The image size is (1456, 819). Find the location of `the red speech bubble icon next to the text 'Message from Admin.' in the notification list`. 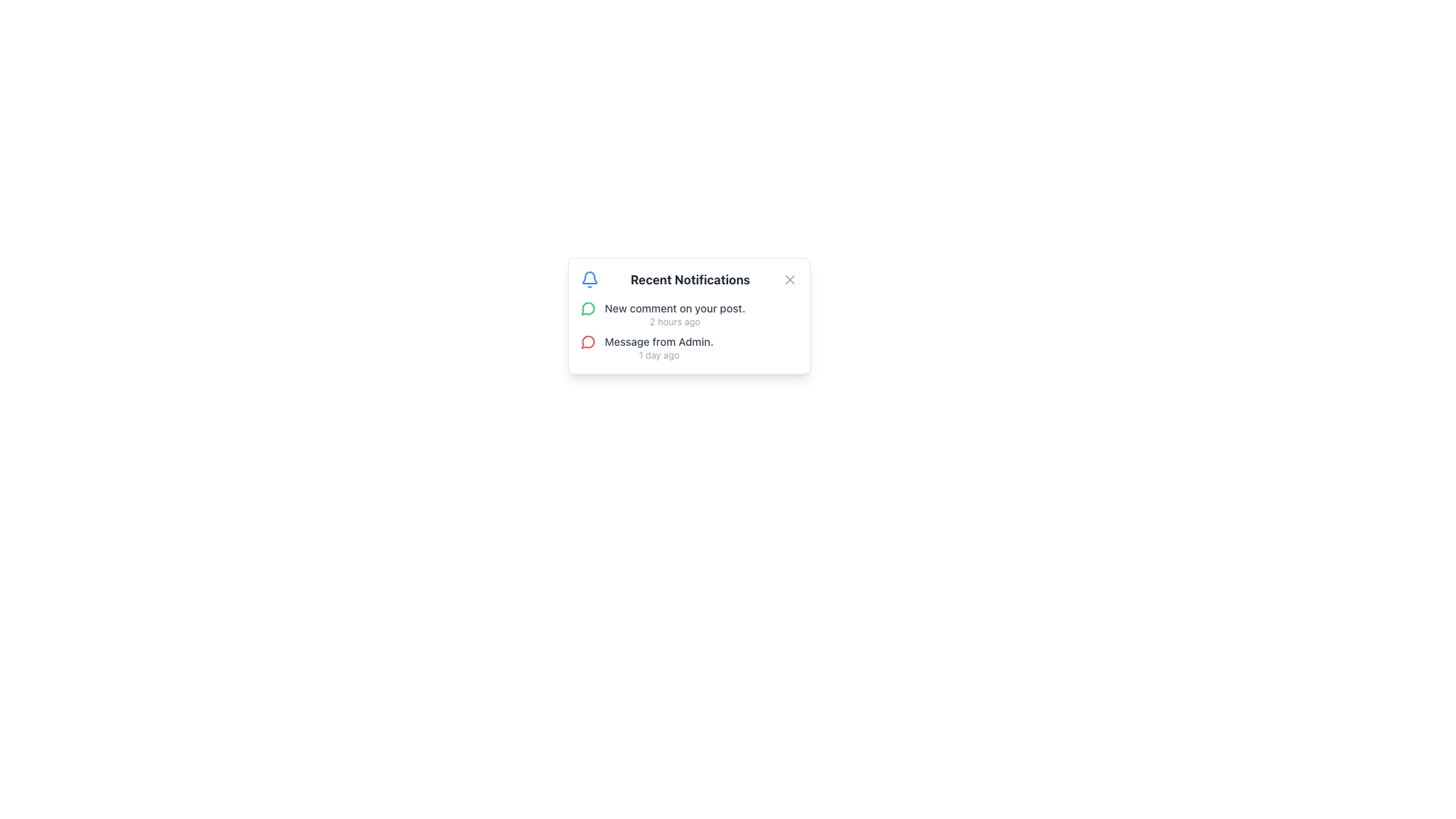

the red speech bubble icon next to the text 'Message from Admin.' in the notification list is located at coordinates (587, 342).